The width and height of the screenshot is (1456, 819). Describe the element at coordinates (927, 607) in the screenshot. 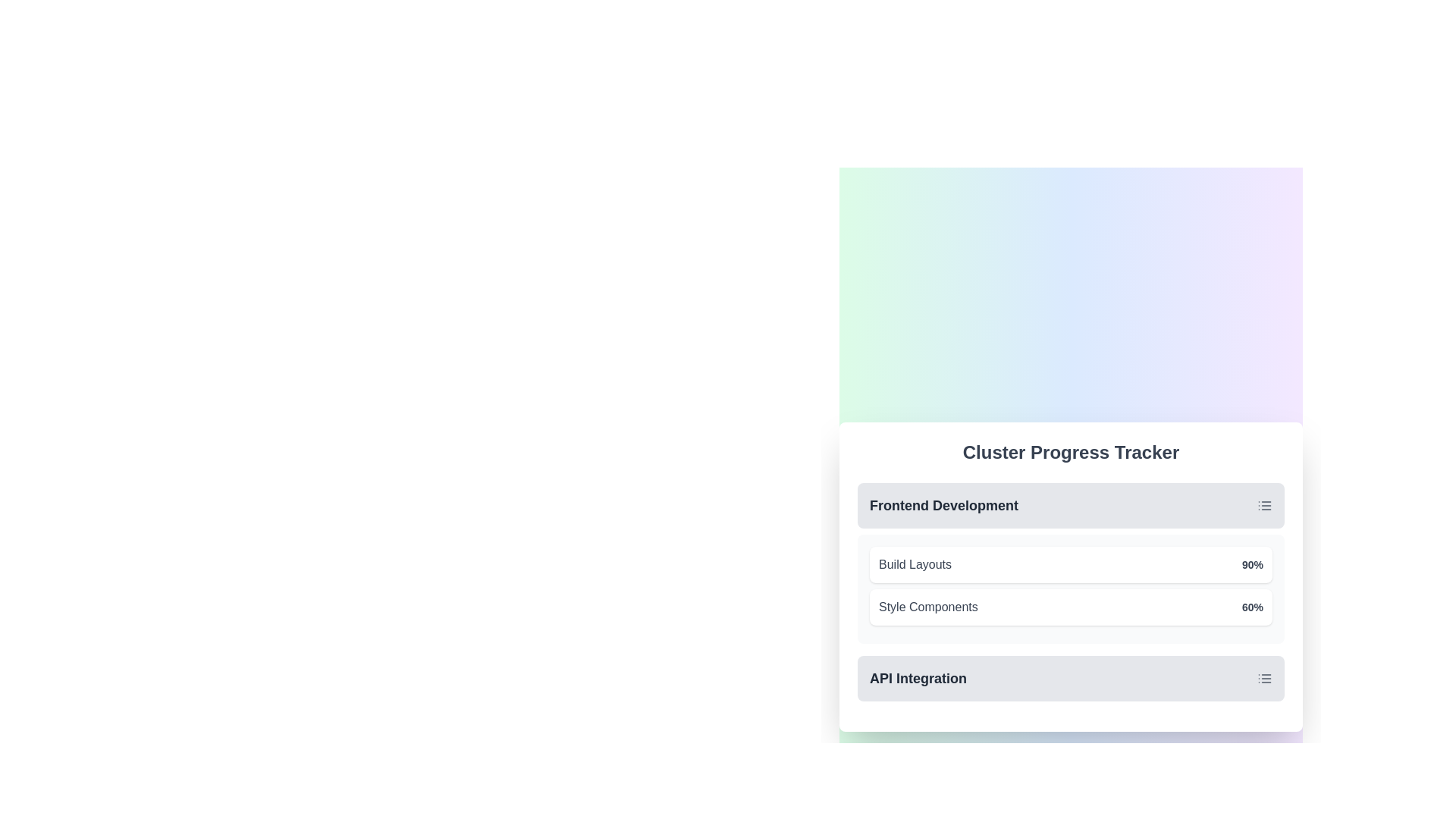

I see `the Text label that conveys the title of a subtask within the 'Cluster Progress Tracker' under 'Frontend Development', which is the second entry in the list` at that location.